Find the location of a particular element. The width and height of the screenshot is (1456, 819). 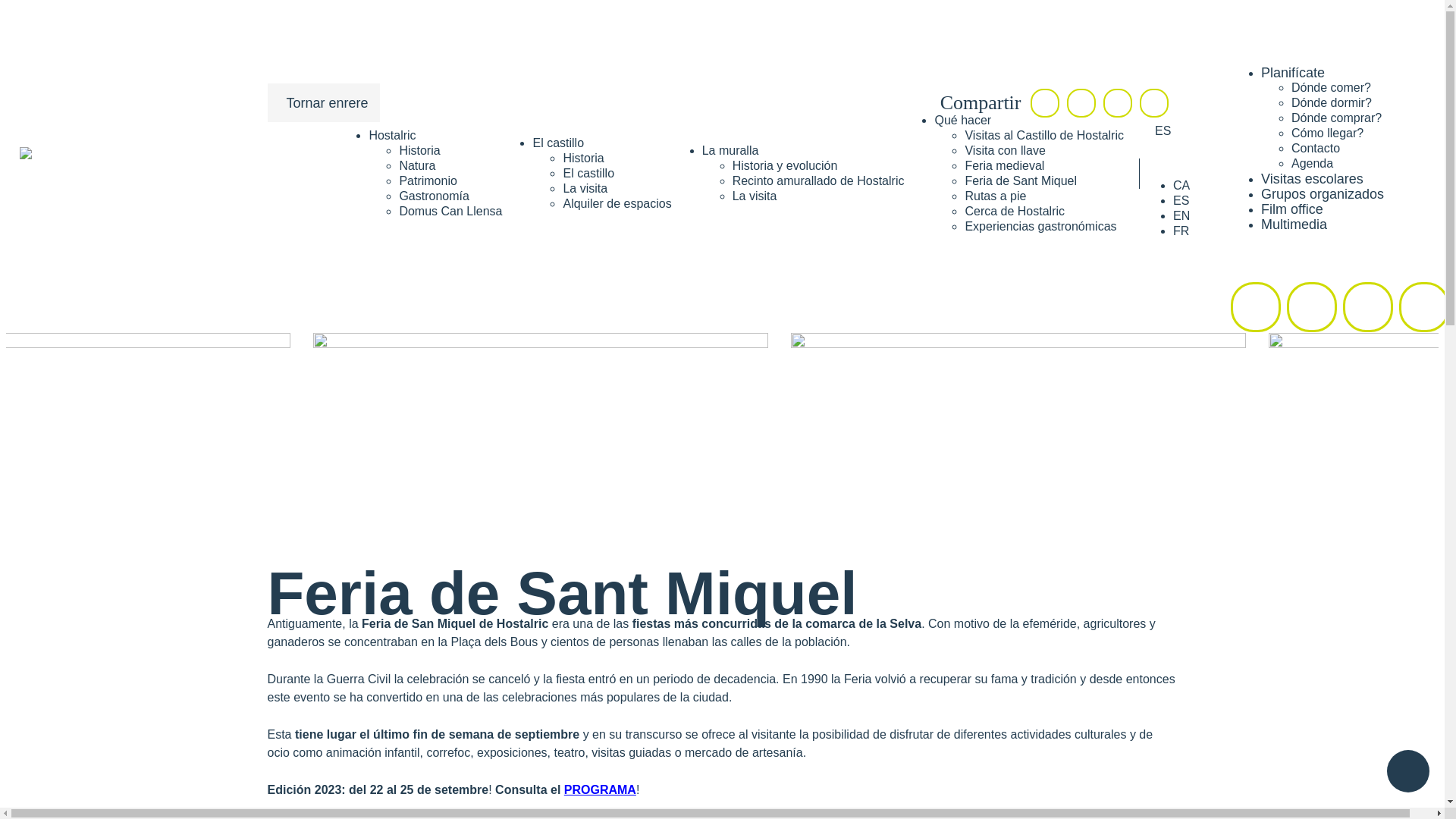

'Visitas escolares' is located at coordinates (1311, 177).